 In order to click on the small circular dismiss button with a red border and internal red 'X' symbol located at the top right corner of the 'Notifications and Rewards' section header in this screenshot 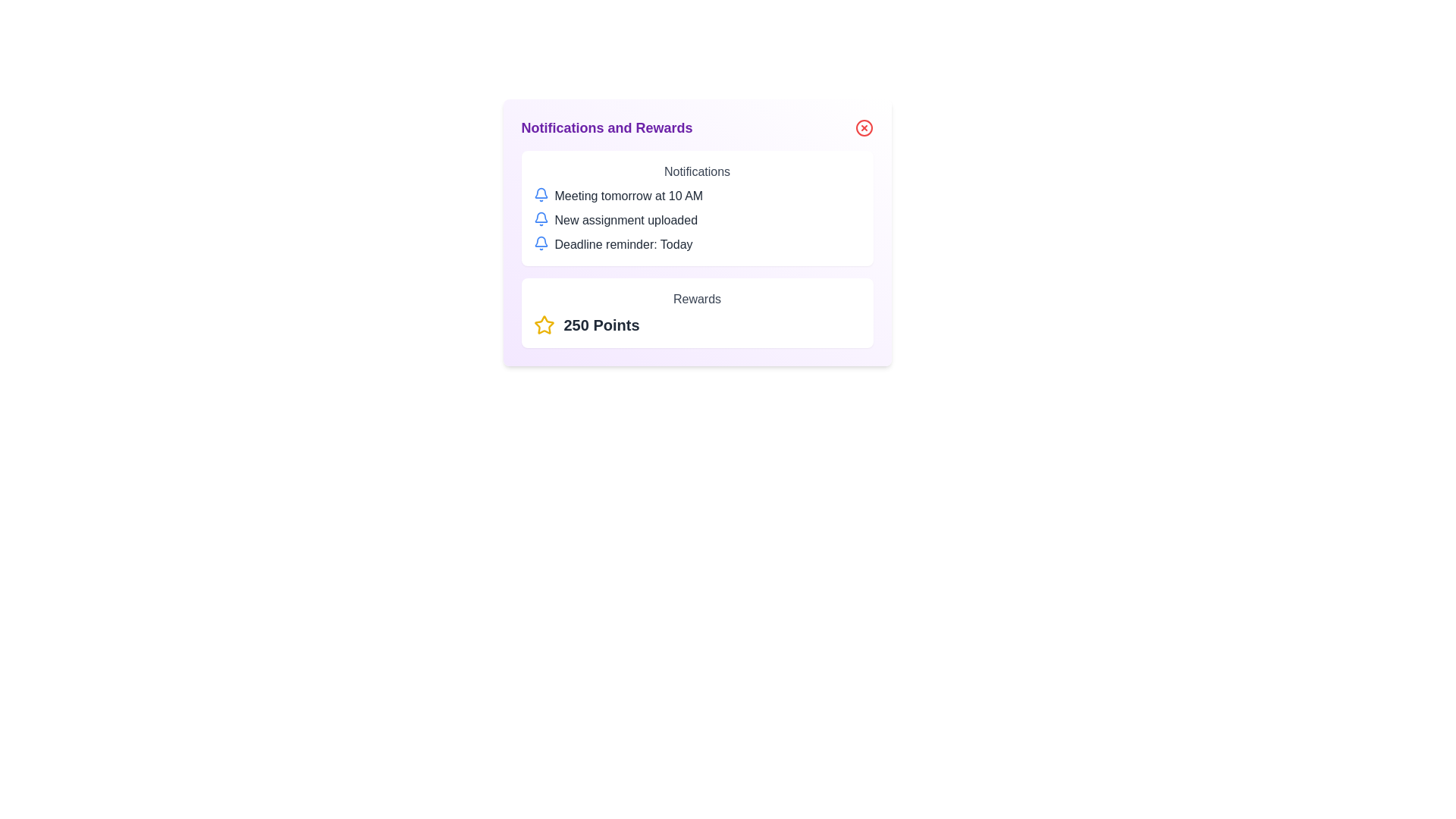, I will do `click(864, 127)`.